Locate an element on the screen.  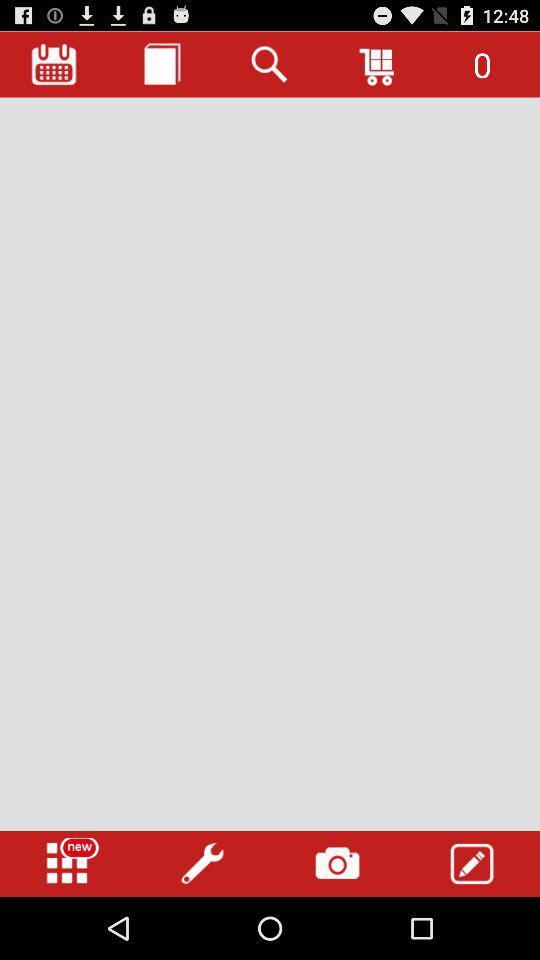
tools options is located at coordinates (202, 863).